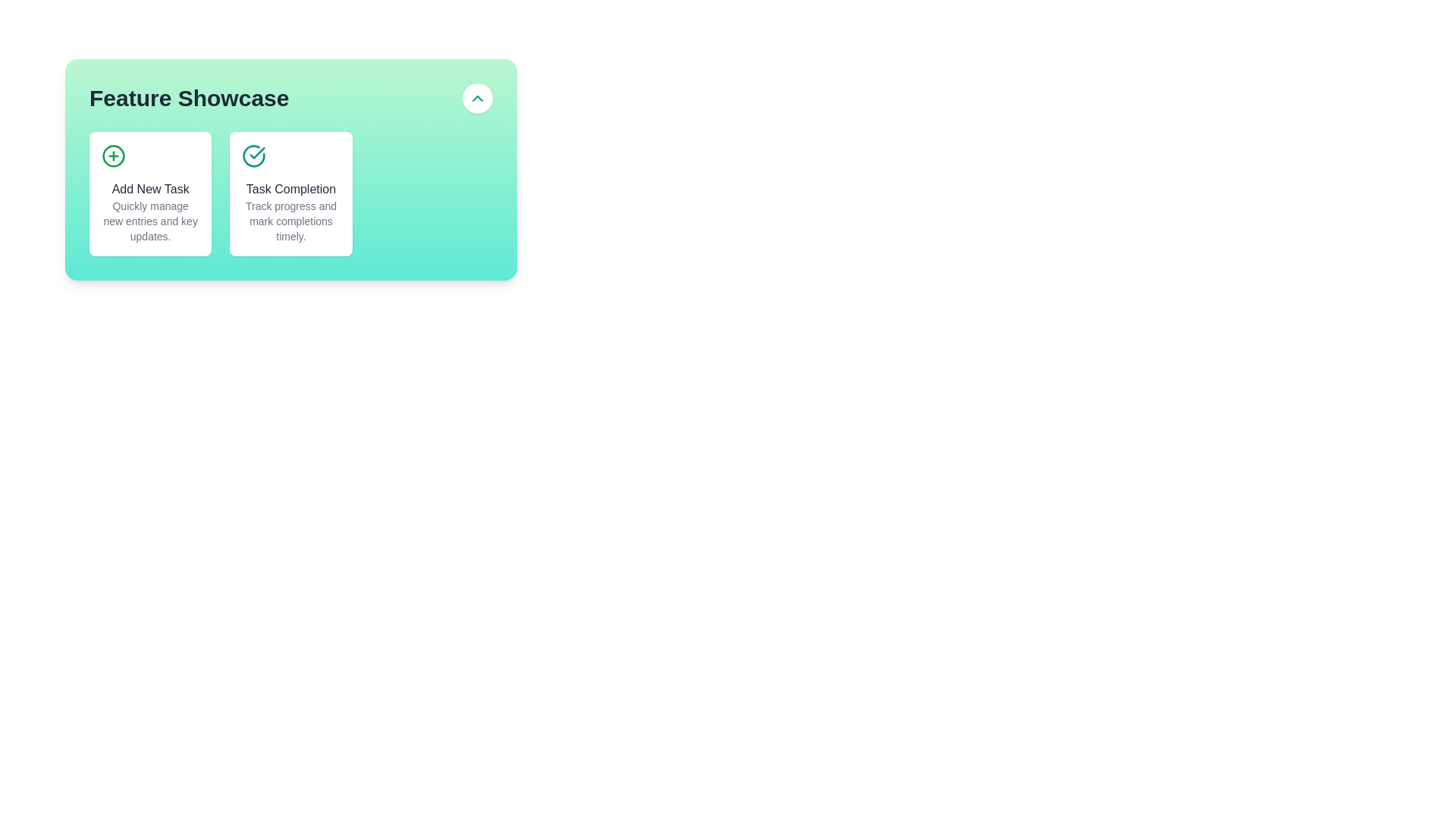 The image size is (1456, 819). What do you see at coordinates (150, 221) in the screenshot?
I see `the text label providing additional descriptive information for the 'Add New Task' feature` at bounding box center [150, 221].